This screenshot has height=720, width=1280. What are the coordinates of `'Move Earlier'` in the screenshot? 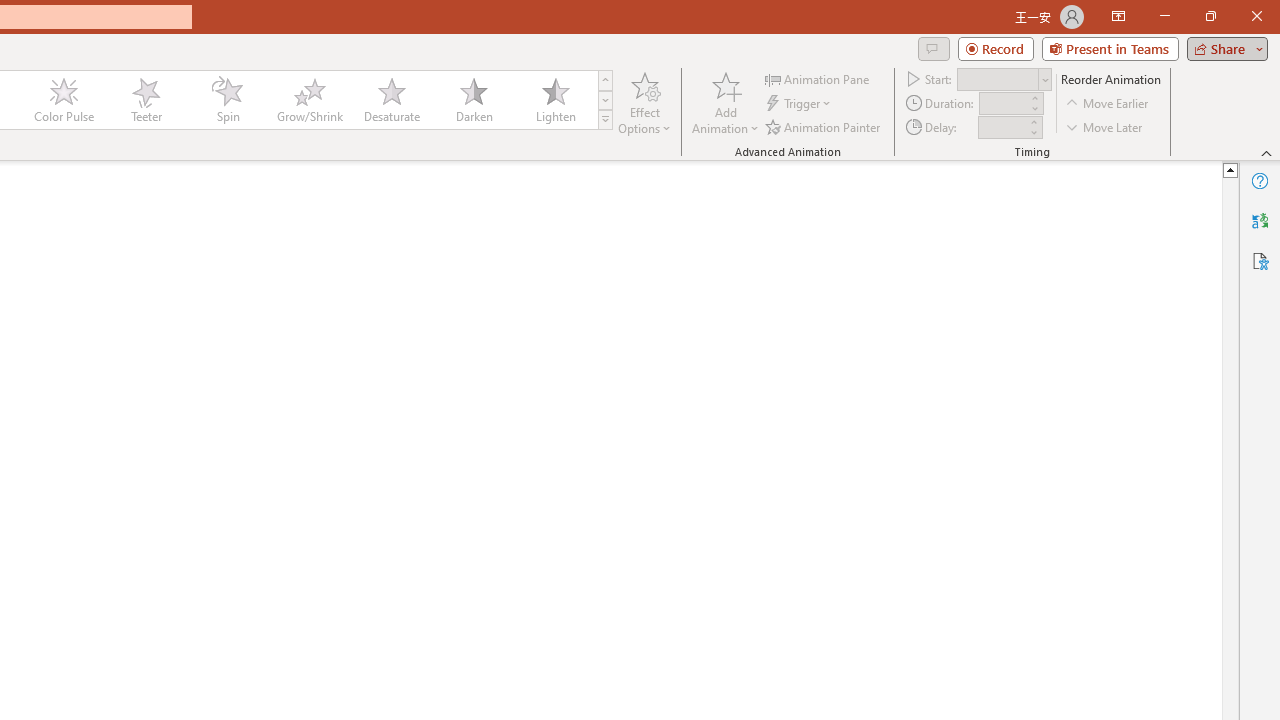 It's located at (1106, 103).